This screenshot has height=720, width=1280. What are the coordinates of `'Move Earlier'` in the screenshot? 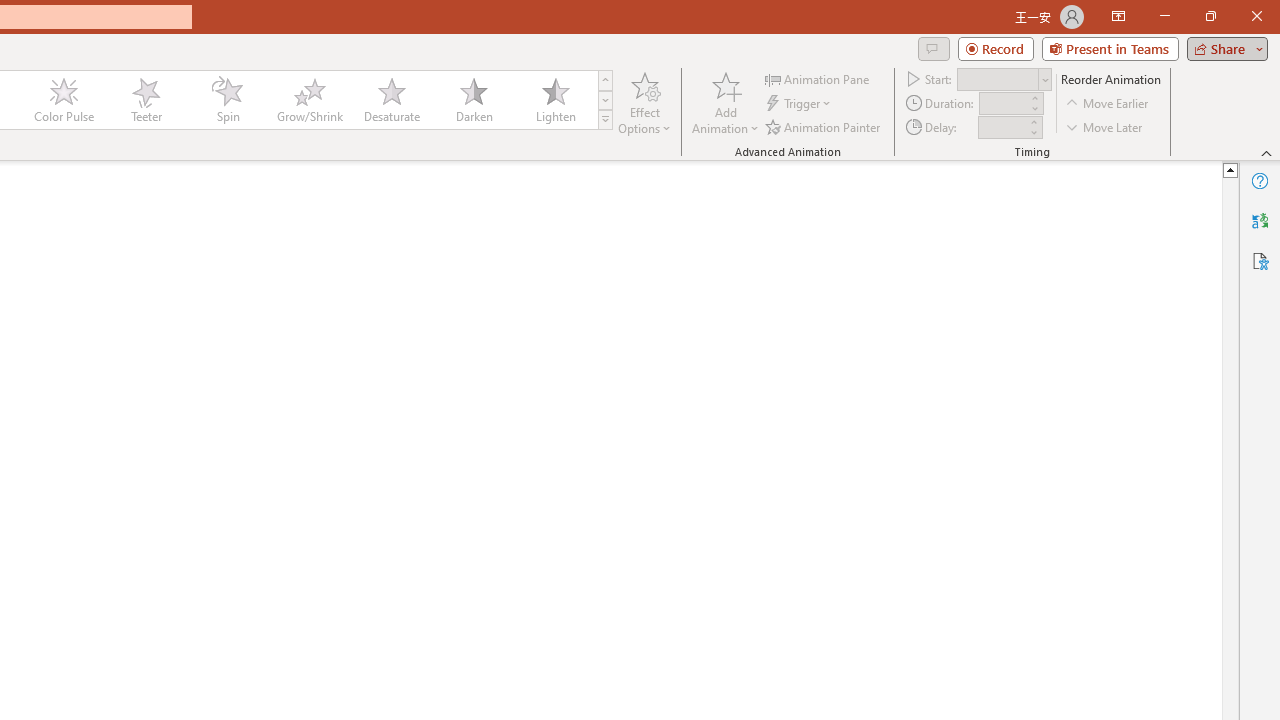 It's located at (1106, 103).